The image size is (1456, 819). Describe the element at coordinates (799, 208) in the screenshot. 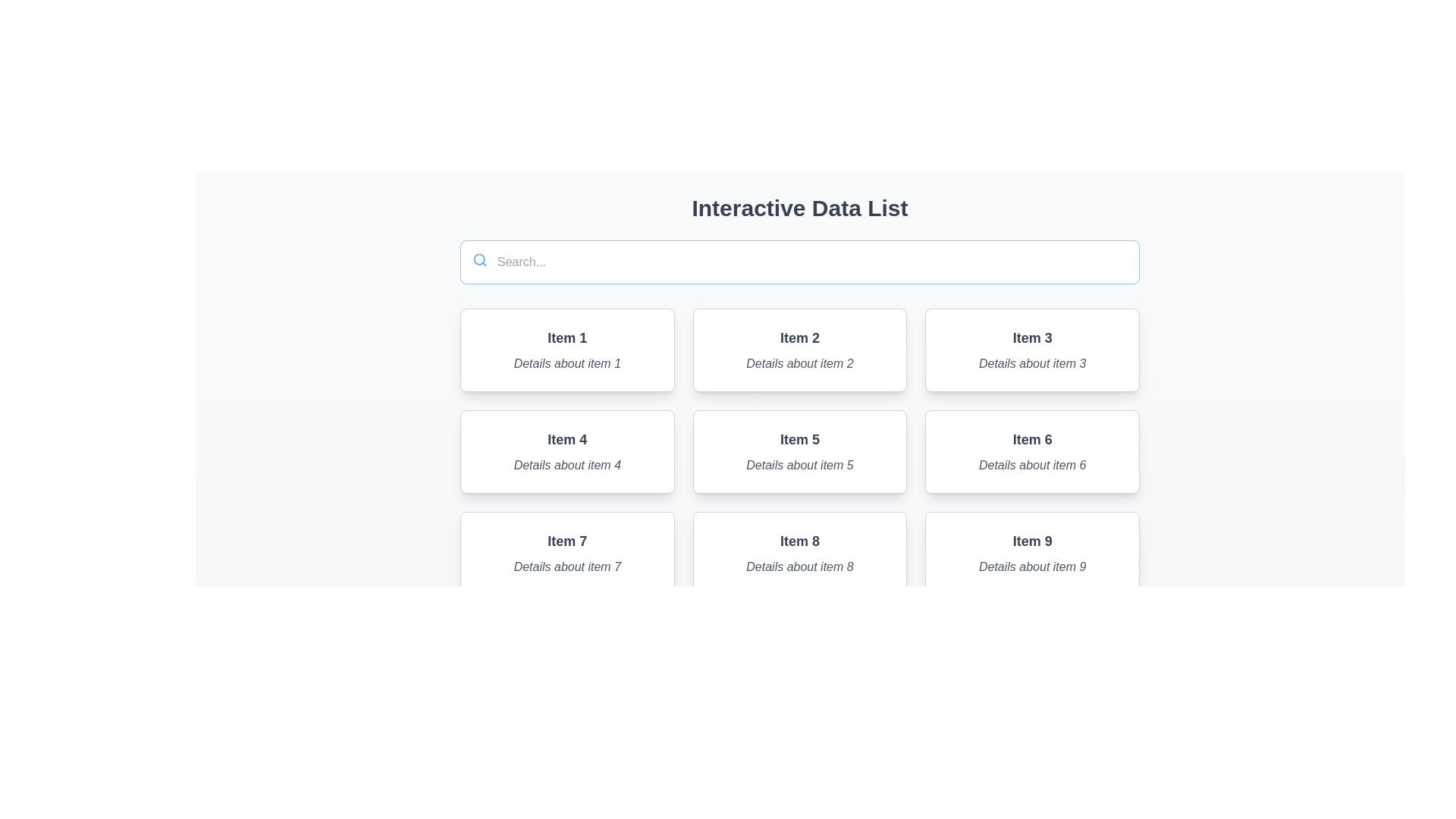

I see `the textual header element styled as H1 or H2, which indicates the title of the current view, located at the top section of the layout above the search bar` at that location.